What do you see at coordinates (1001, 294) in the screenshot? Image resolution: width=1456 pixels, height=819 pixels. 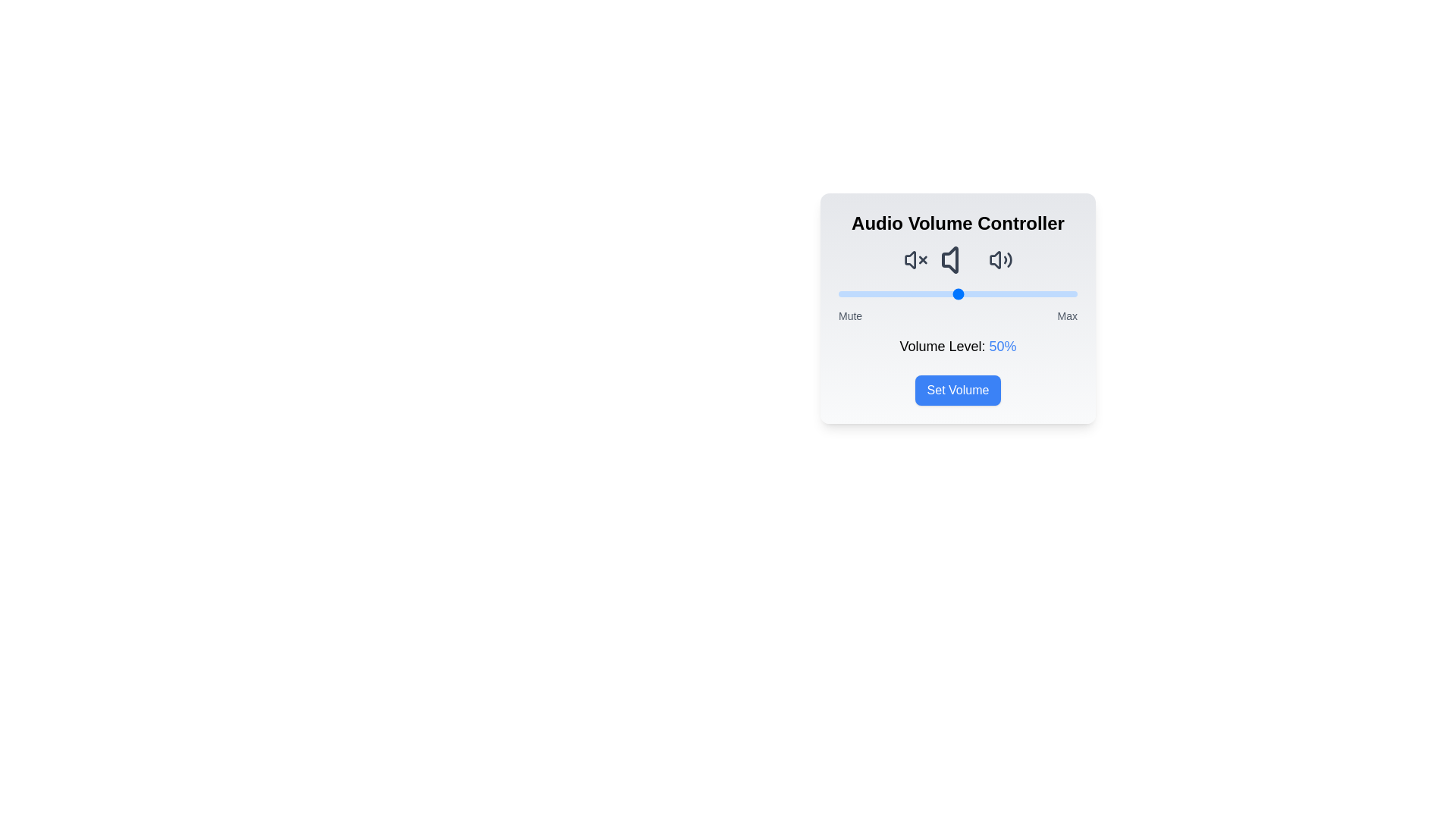 I see `the volume slider to 68%` at bounding box center [1001, 294].